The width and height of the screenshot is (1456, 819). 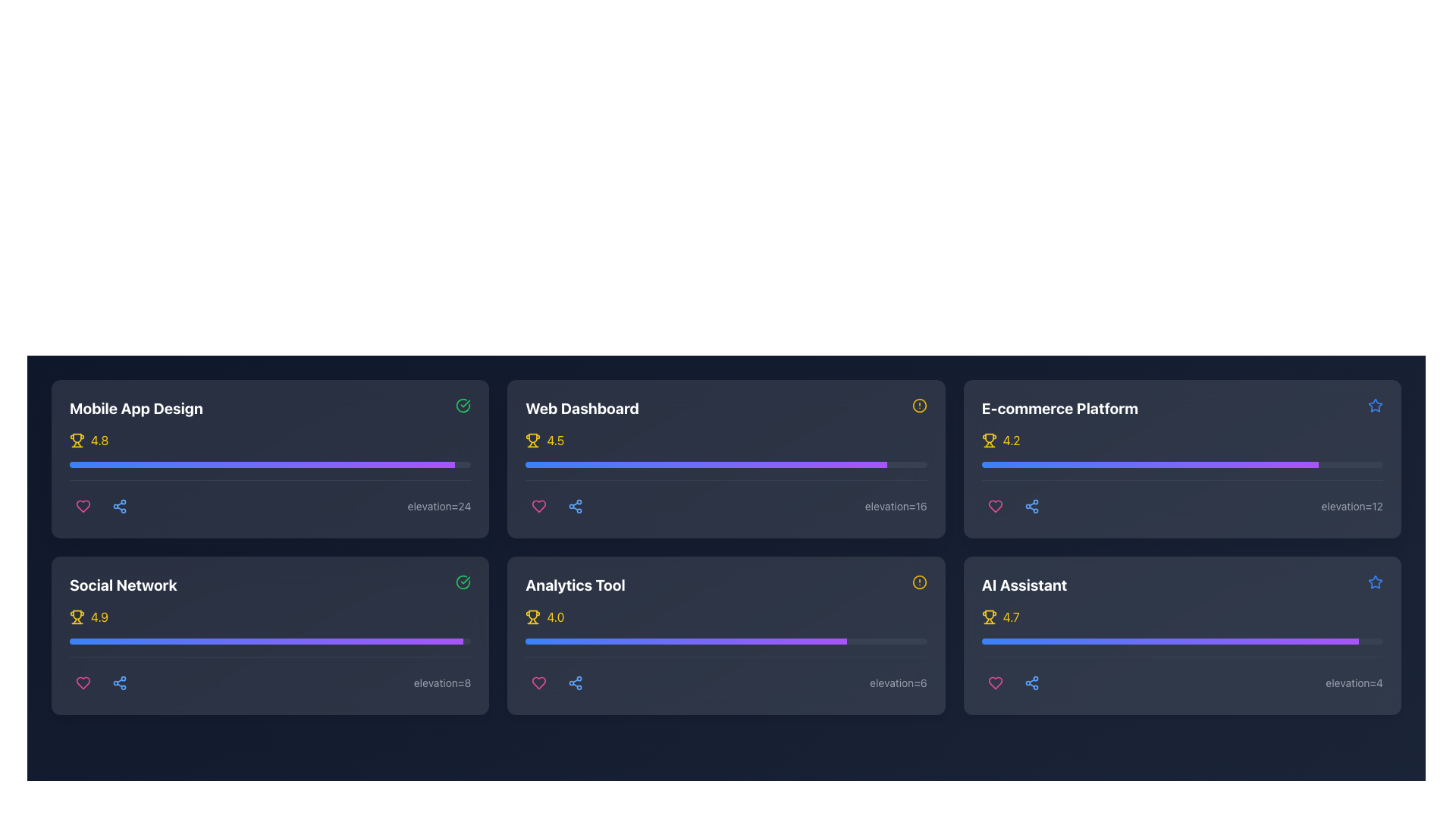 What do you see at coordinates (898, 683) in the screenshot?
I see `the static text label displaying the elevation value located in the bottom-right corner of the 'Analytics Tool' card` at bounding box center [898, 683].